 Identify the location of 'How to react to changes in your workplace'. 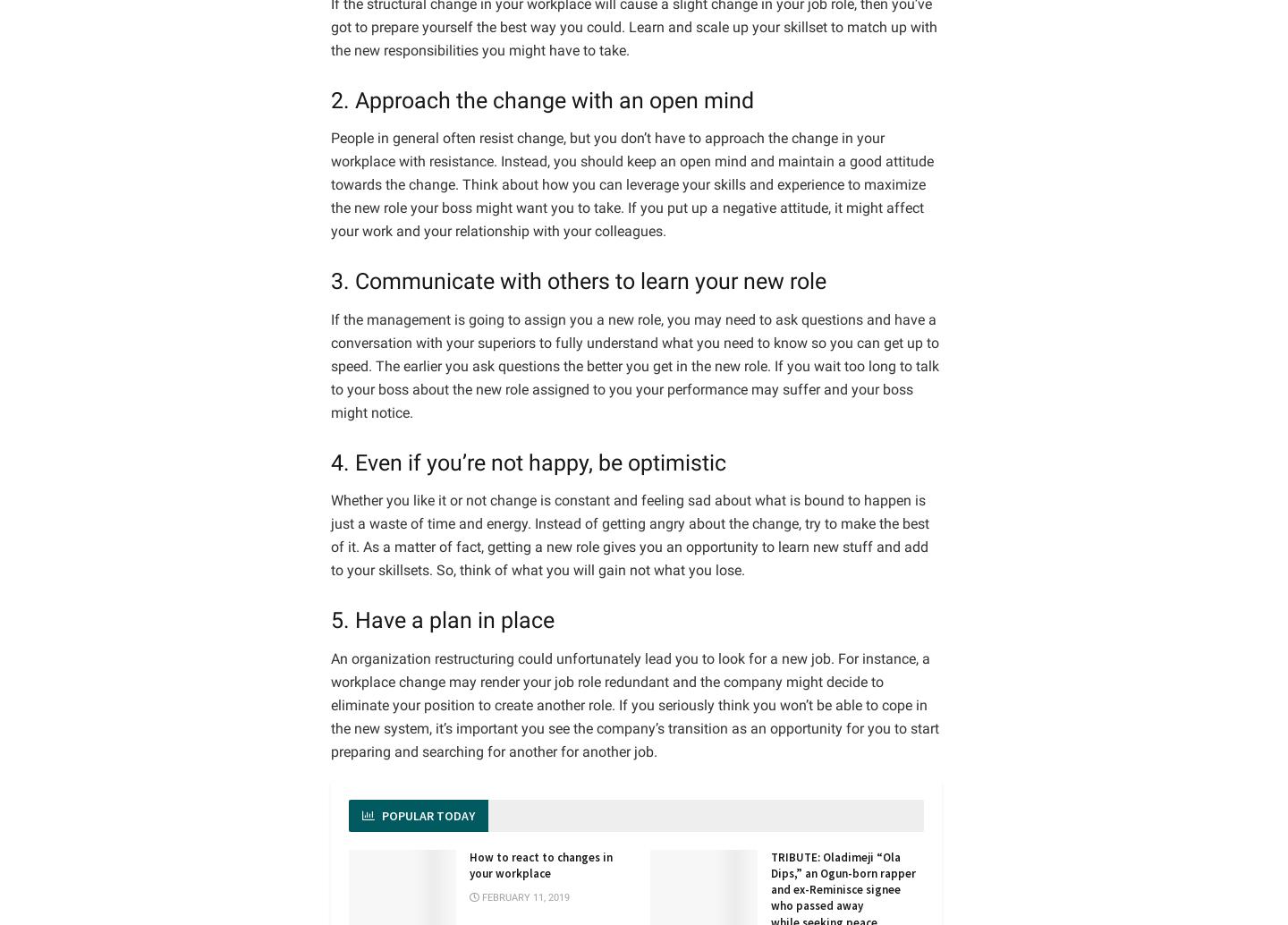
(539, 863).